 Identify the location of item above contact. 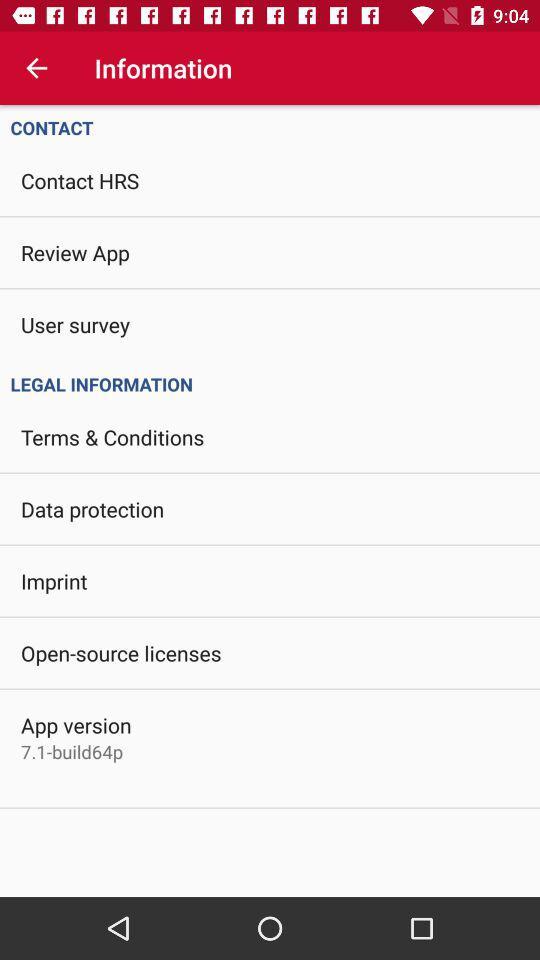
(36, 68).